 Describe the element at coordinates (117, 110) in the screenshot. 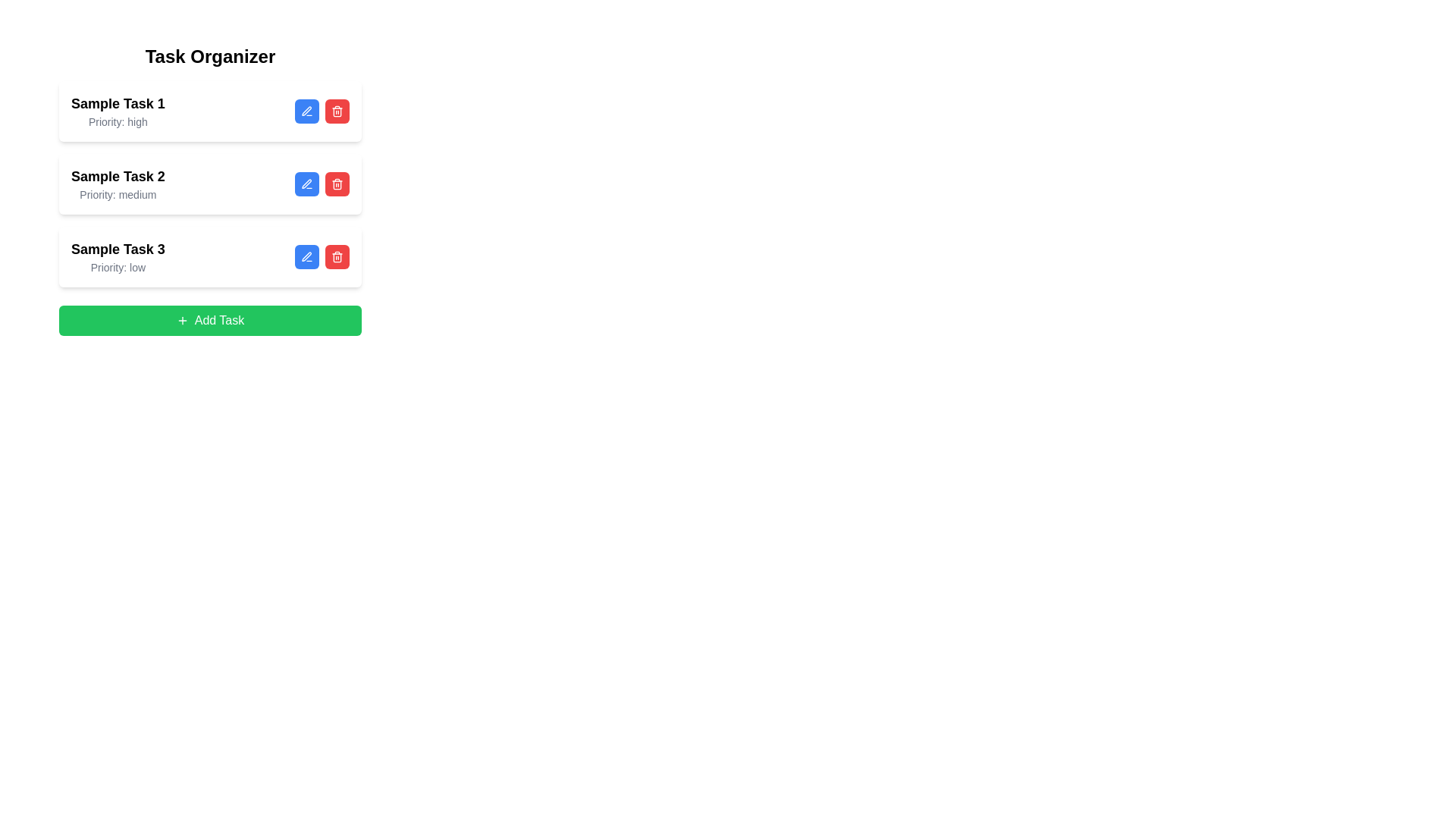

I see `the compound textual component displaying 'Sample Task 1' with the subtitle 'Priority: high' located at the top of the task list in the Task Organizer interface` at that location.